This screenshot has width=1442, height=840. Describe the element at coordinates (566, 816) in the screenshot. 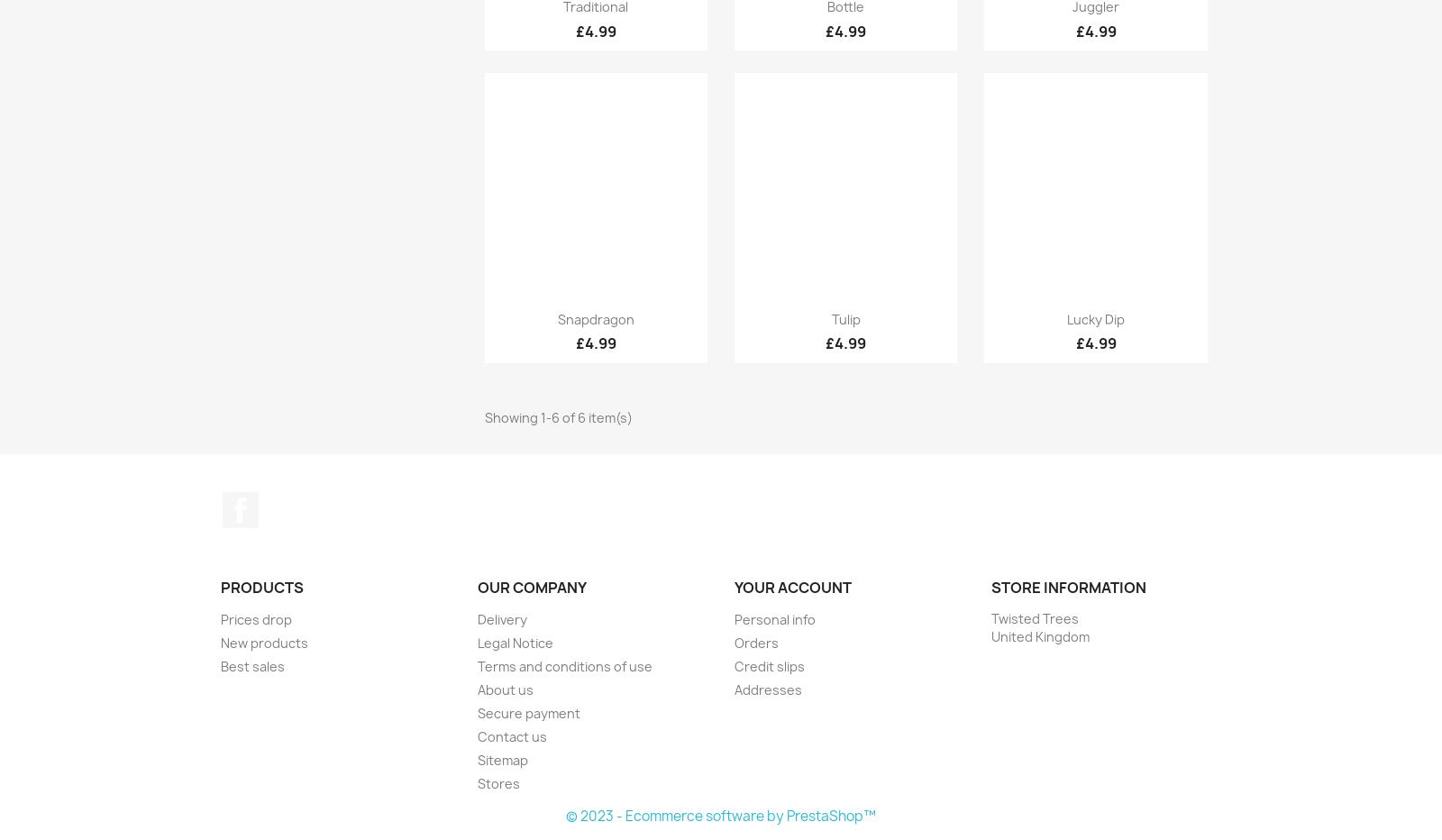

I see `'© 2023 - Ecommerce software by PrestaShop™'` at that location.